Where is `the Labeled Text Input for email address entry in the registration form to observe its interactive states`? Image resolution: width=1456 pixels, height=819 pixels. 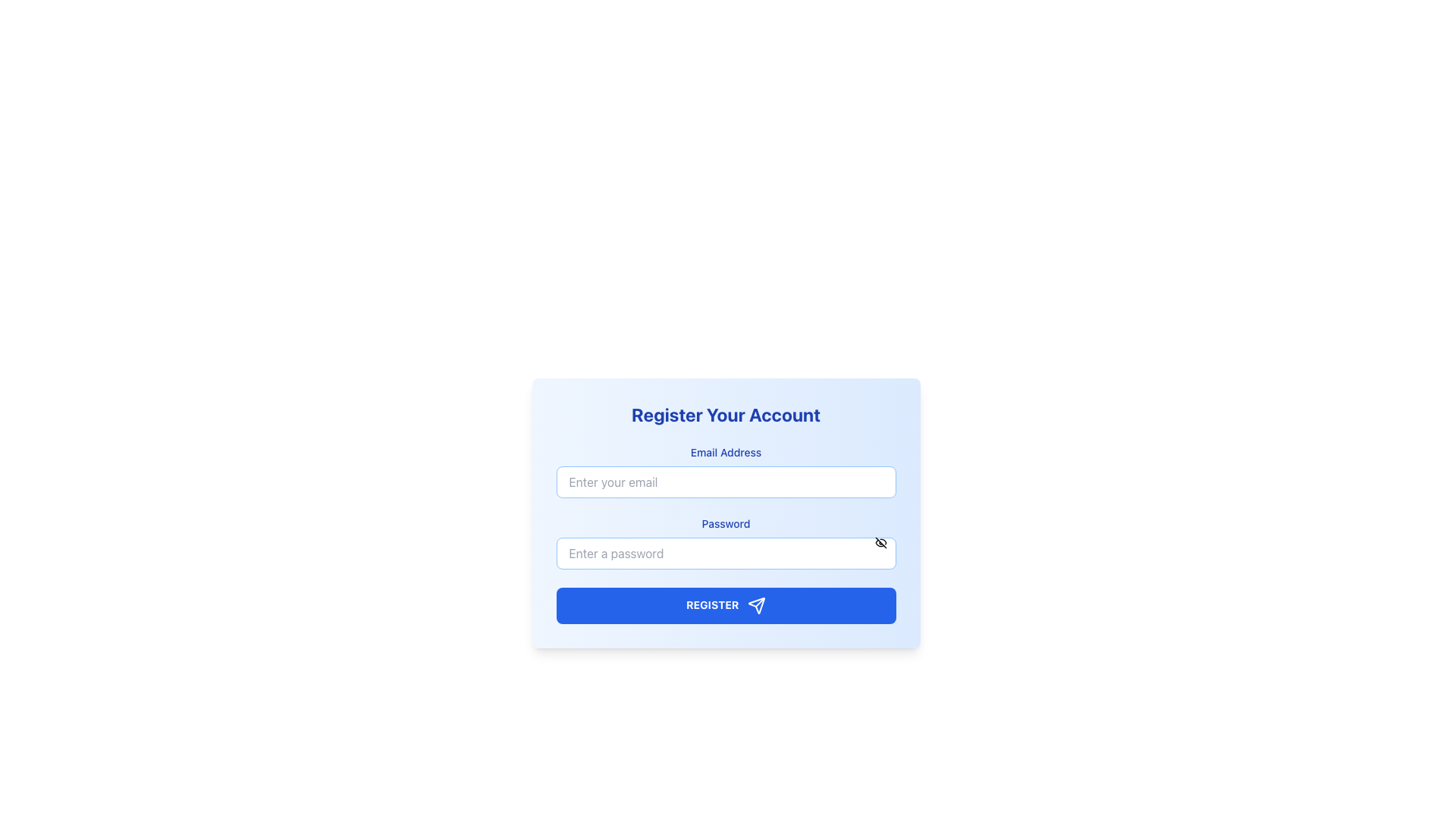
the Labeled Text Input for email address entry in the registration form to observe its interactive states is located at coordinates (725, 470).